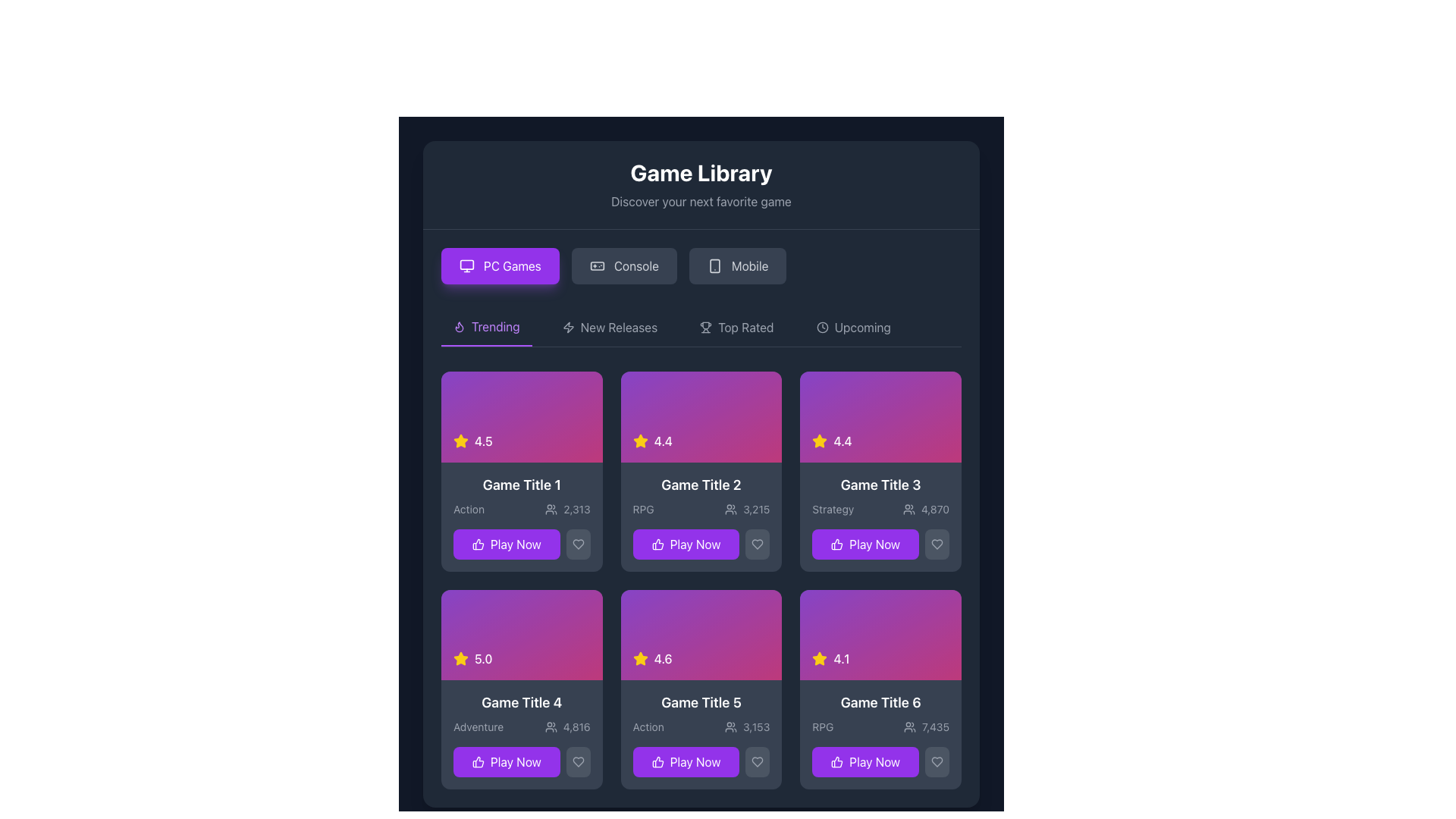 This screenshot has height=819, width=1456. Describe the element at coordinates (522, 516) in the screenshot. I see `the 'Play Now' button on the Informational Card located in the first column and second row of the grid layout in the 'Trending' section` at that location.